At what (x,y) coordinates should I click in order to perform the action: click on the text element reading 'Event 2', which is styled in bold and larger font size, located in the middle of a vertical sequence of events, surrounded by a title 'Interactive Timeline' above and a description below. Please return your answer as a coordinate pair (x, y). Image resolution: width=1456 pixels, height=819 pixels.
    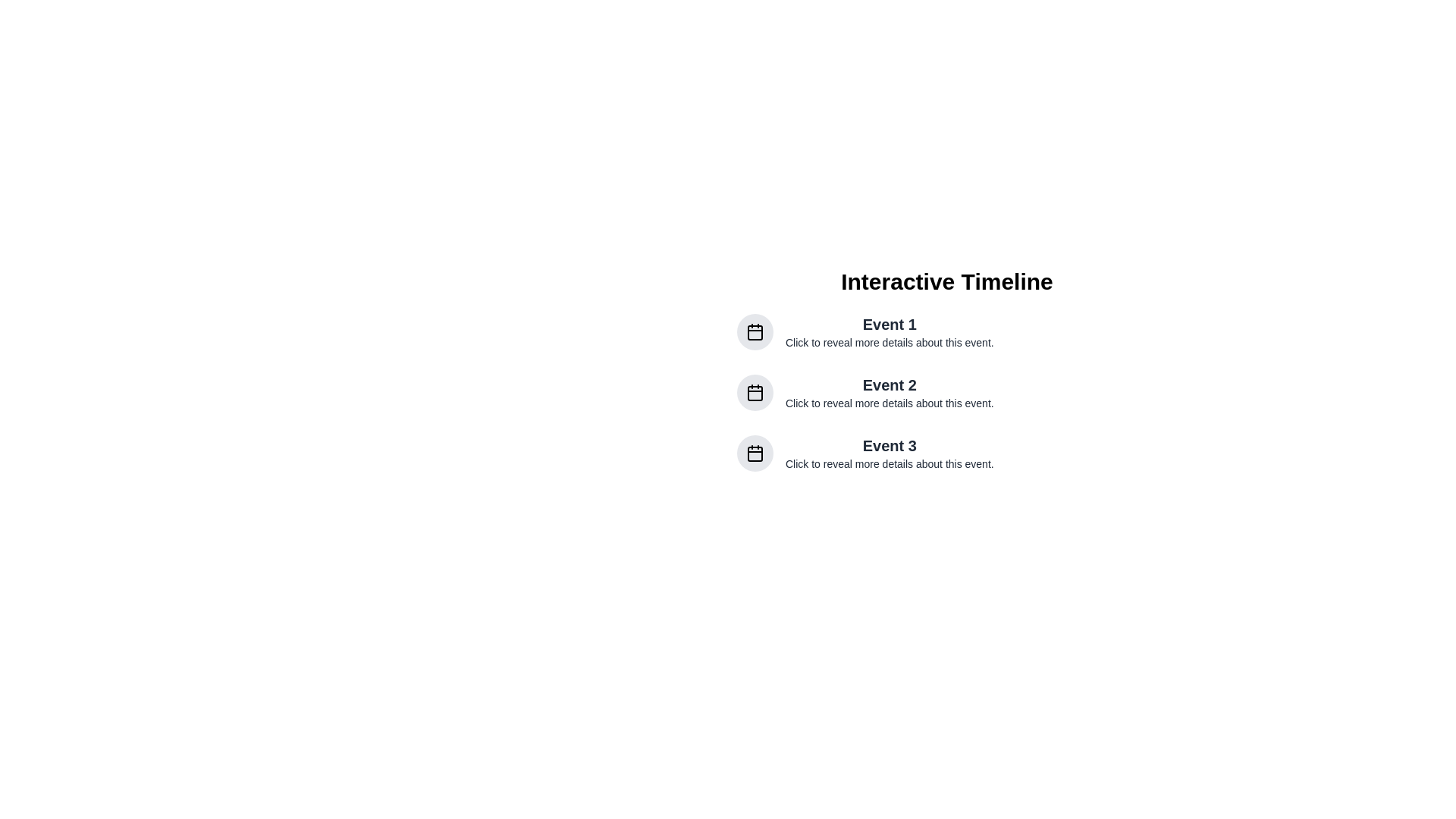
    Looking at the image, I should click on (890, 384).